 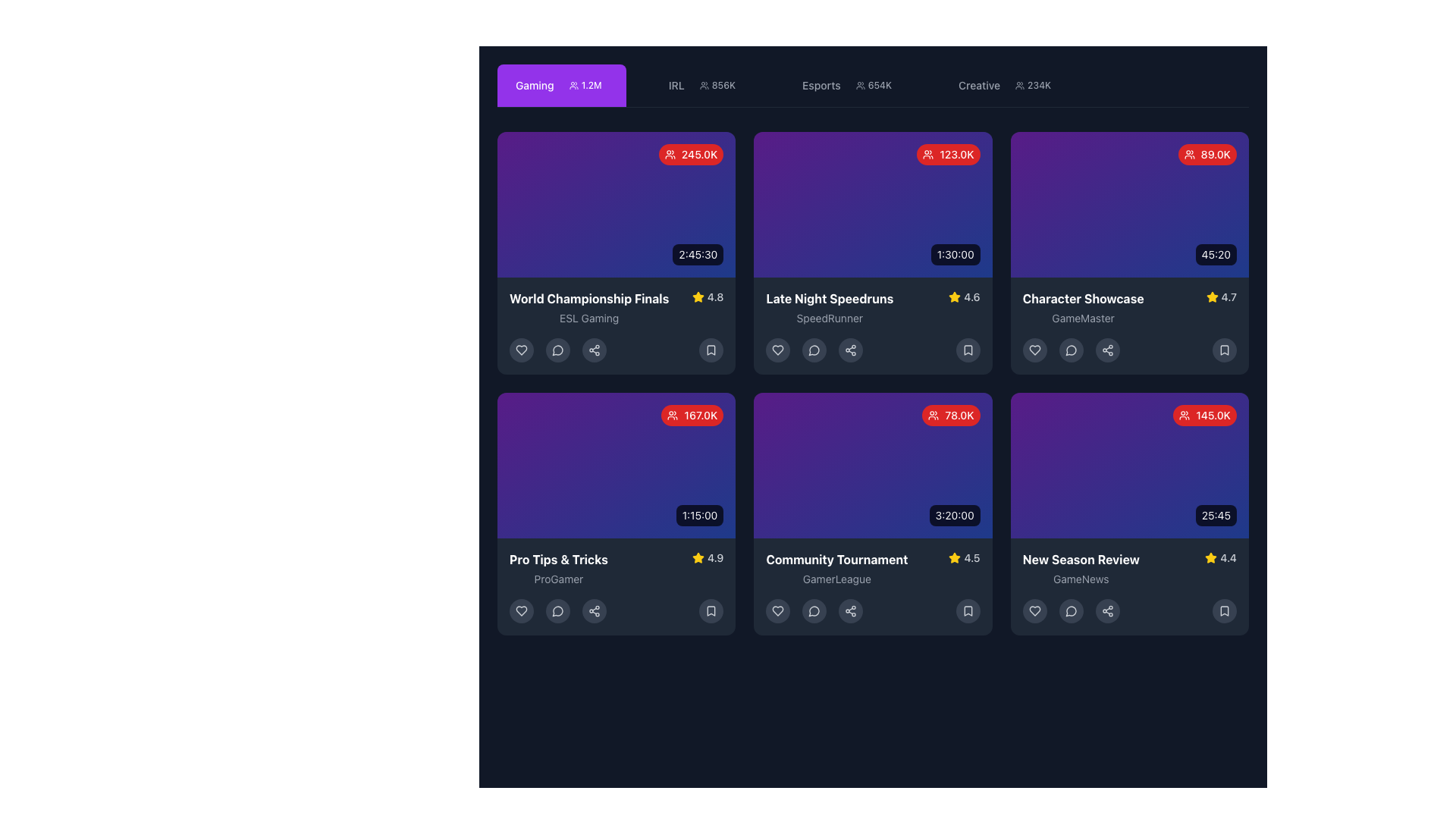 What do you see at coordinates (698, 558) in the screenshot?
I see `the prominent yellow star icon used for rating representation located in the bottom-left area of the interface, adjacent to the numerical rating '4.9'` at bounding box center [698, 558].